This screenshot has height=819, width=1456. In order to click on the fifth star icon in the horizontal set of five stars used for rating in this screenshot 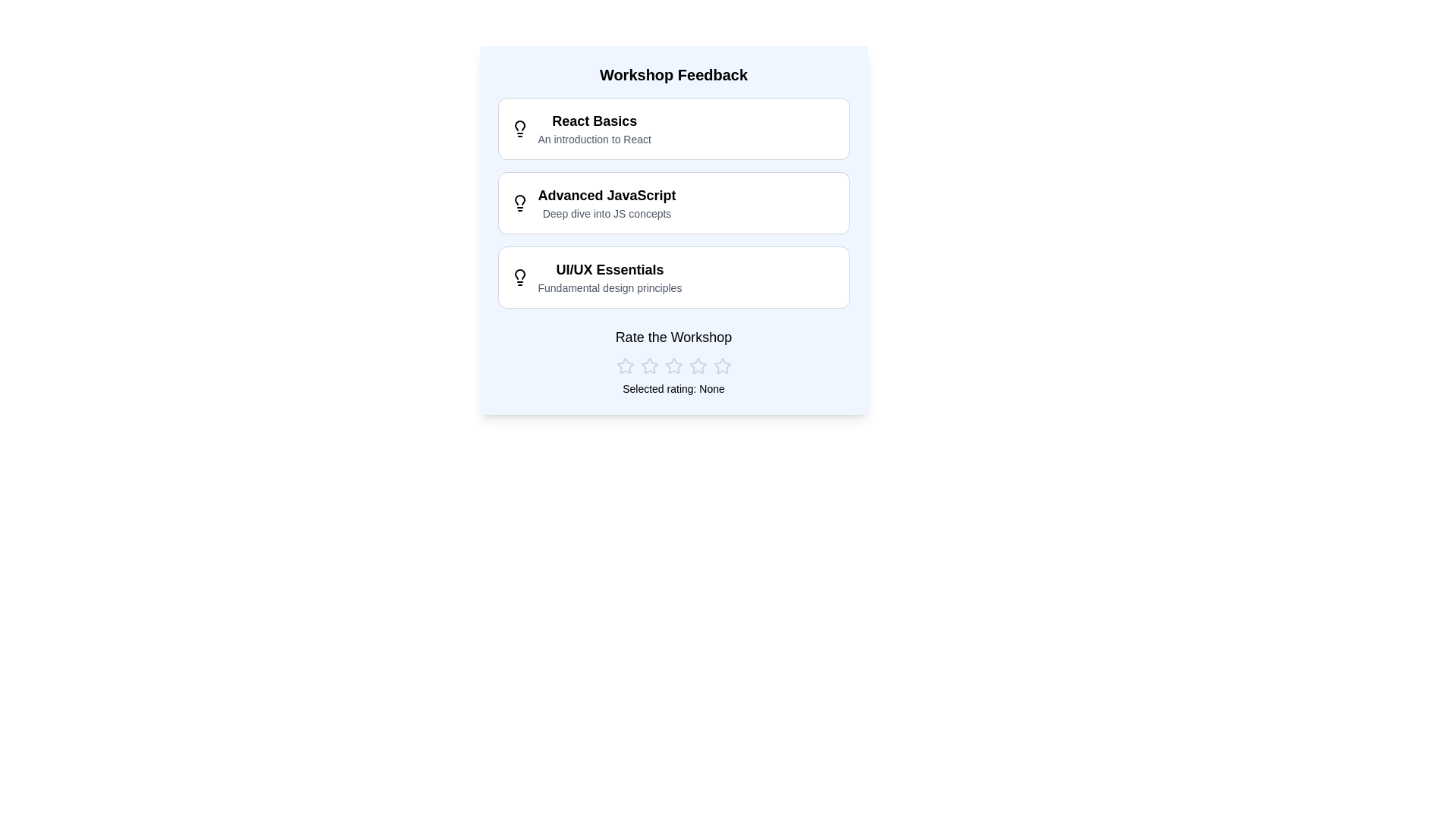, I will do `click(721, 366)`.